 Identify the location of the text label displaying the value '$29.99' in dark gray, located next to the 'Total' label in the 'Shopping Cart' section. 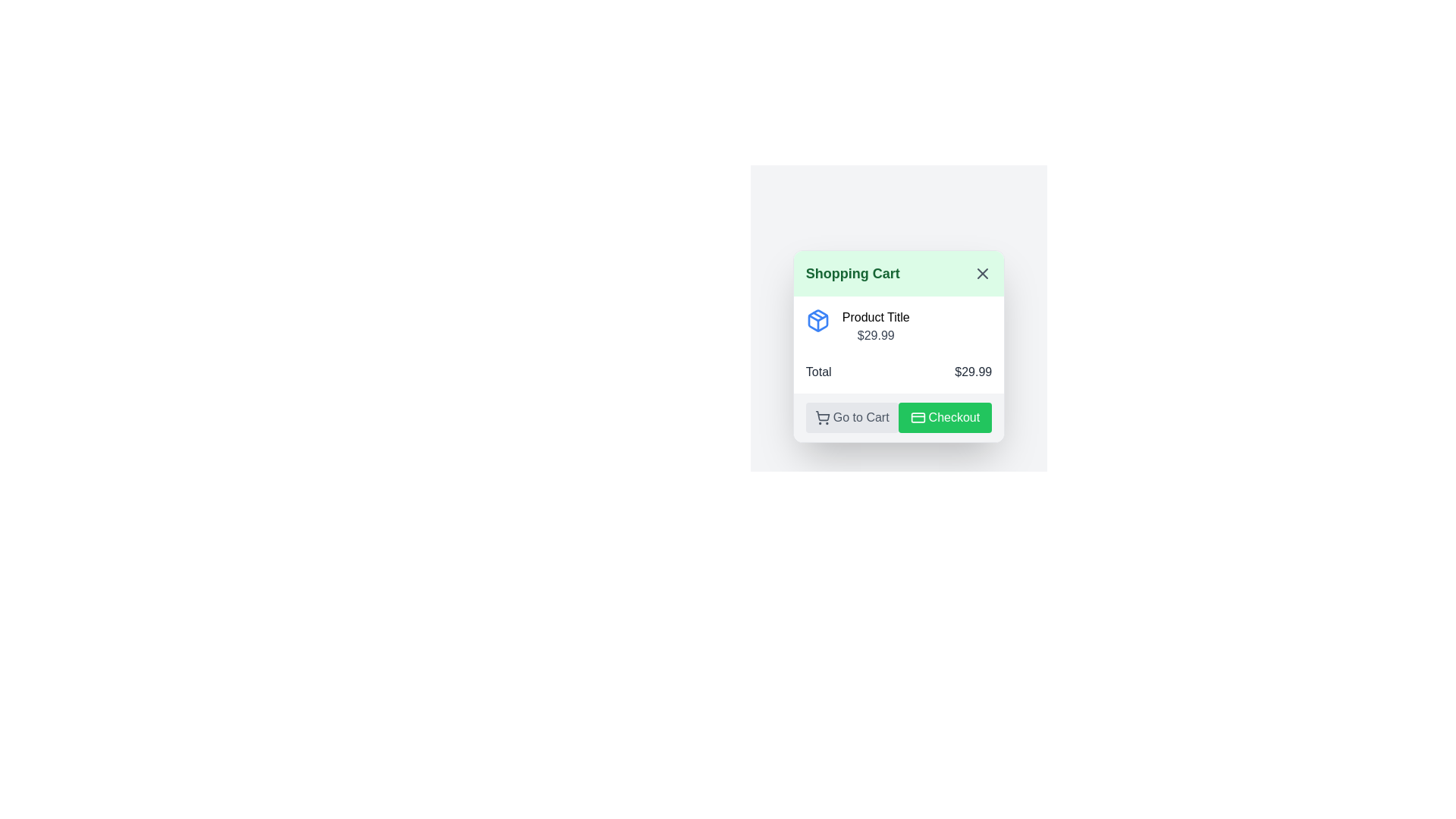
(973, 372).